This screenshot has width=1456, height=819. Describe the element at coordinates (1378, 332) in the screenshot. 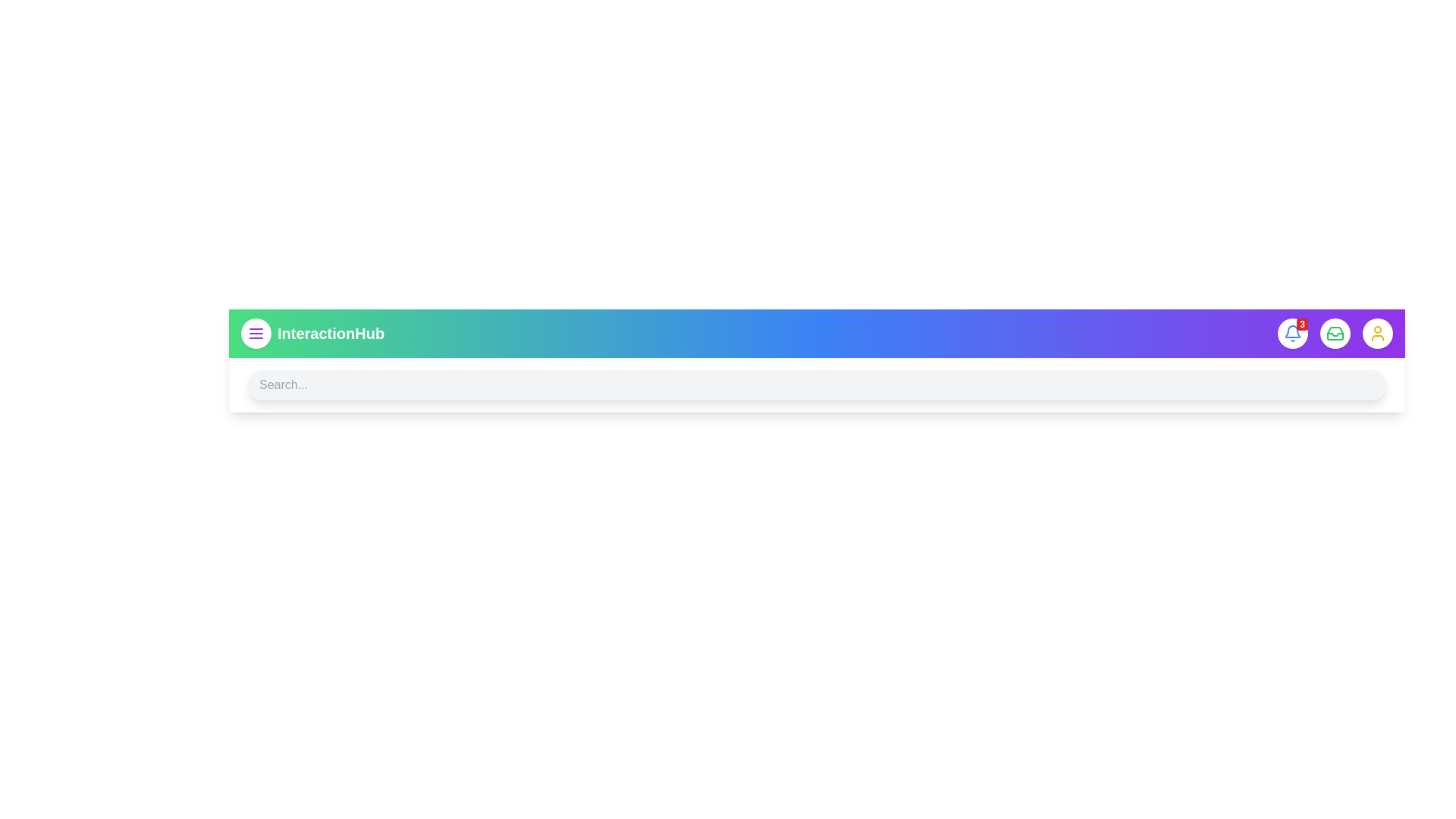

I see `the user_profile icon to view its tooltip or visual change` at that location.